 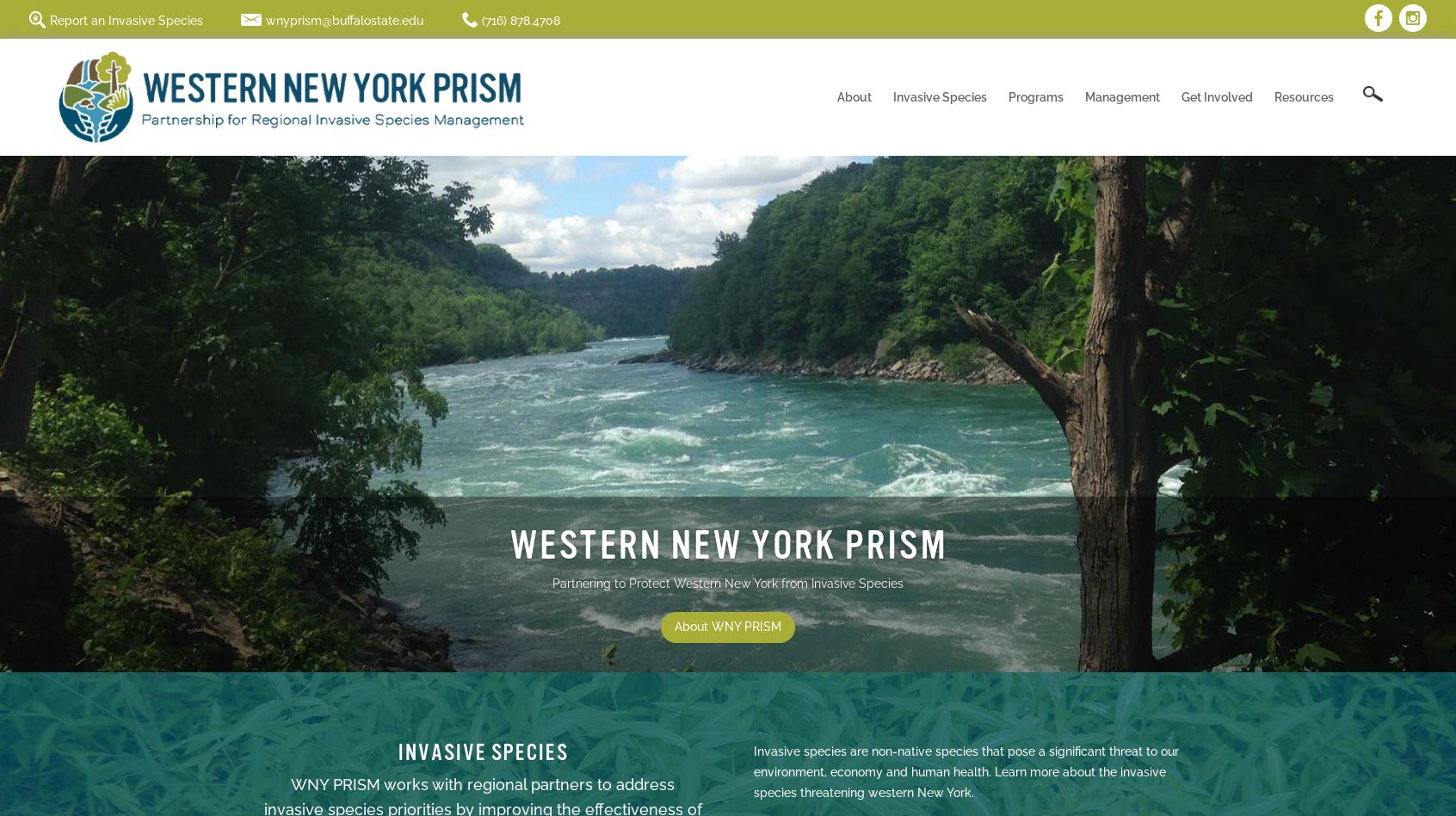 What do you see at coordinates (978, 260) in the screenshot?
I see `'Report an Invasive'` at bounding box center [978, 260].